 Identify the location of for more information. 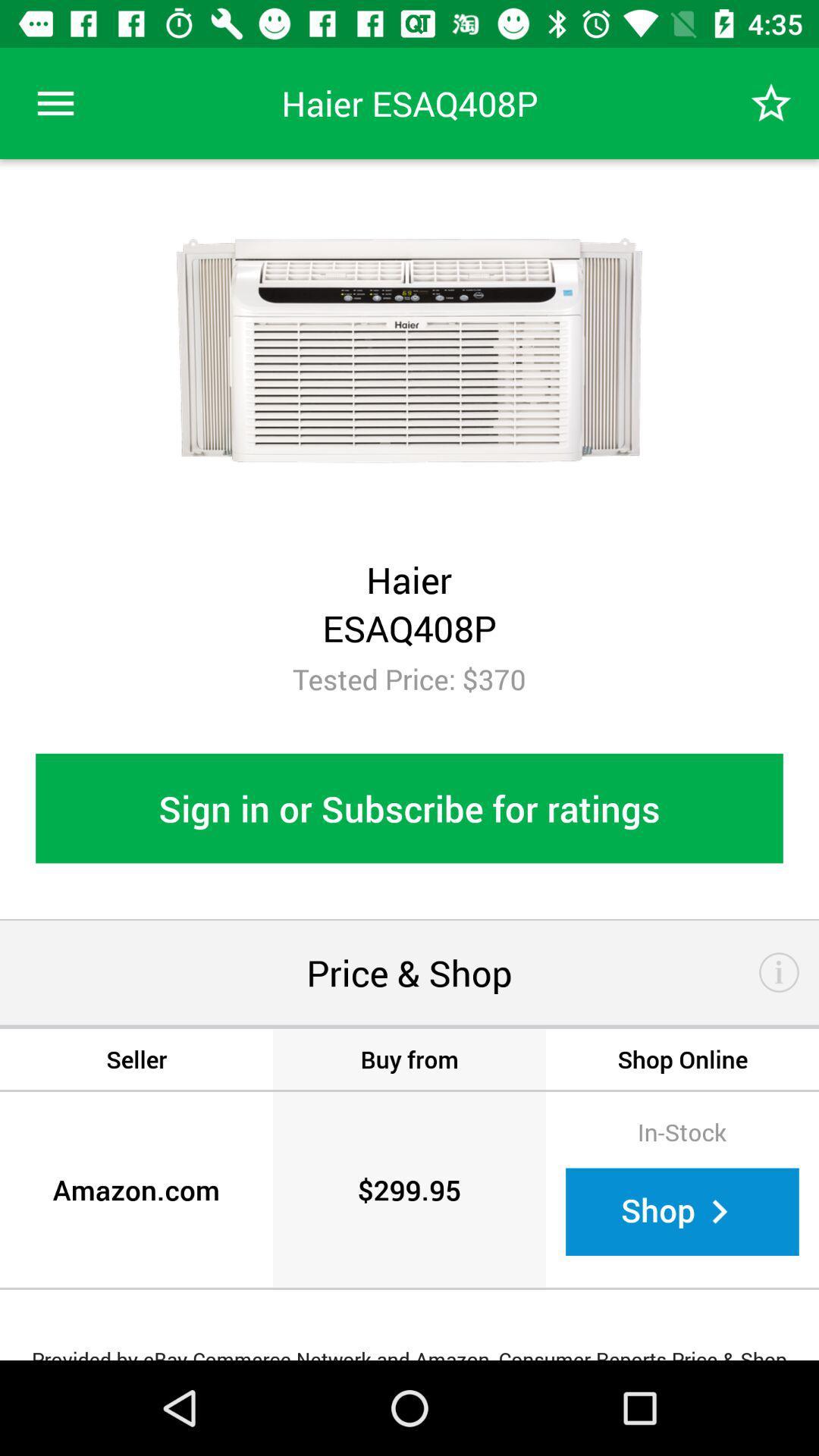
(779, 972).